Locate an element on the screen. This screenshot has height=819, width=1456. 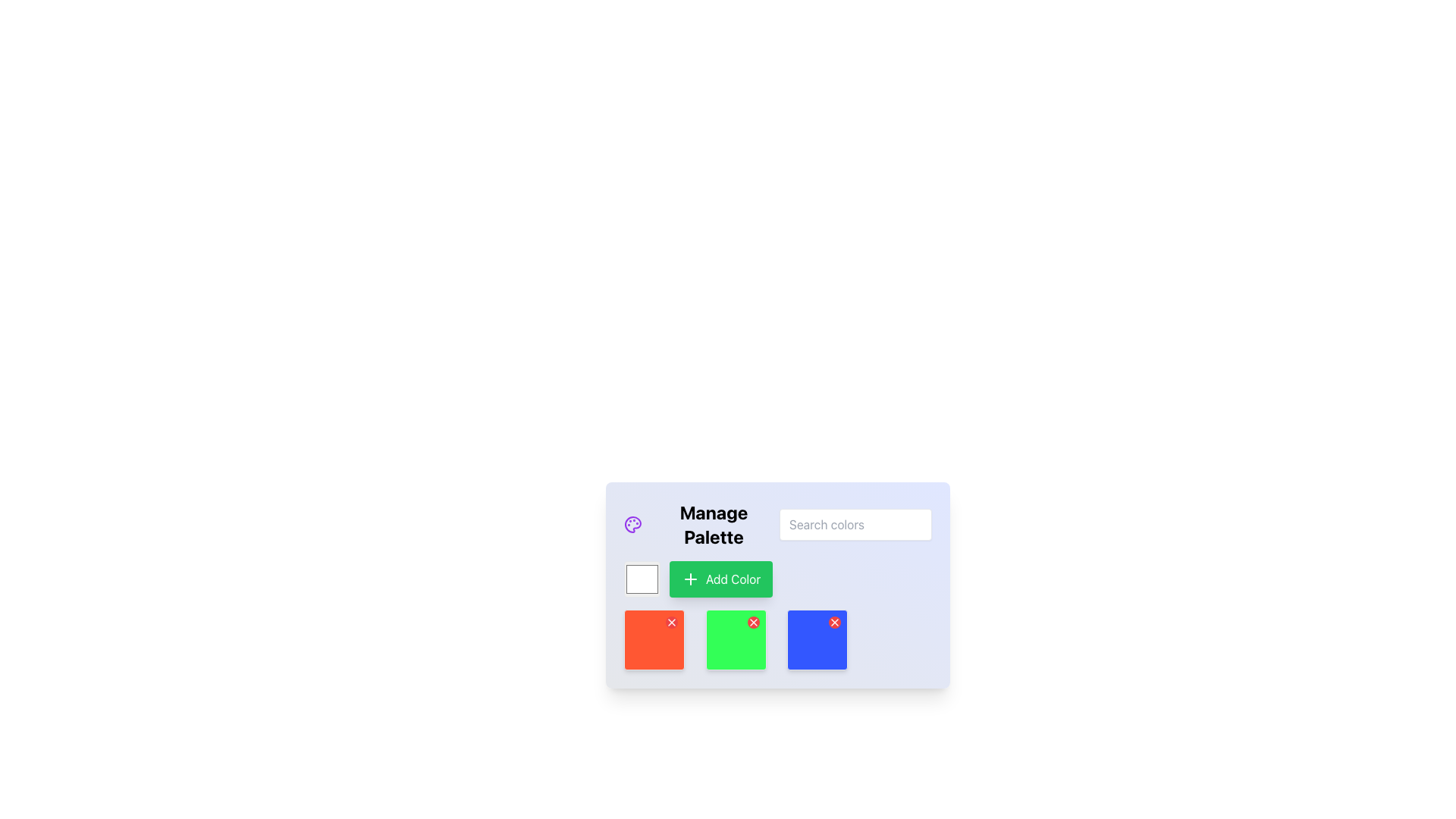
the blue color tile is located at coordinates (817, 640).